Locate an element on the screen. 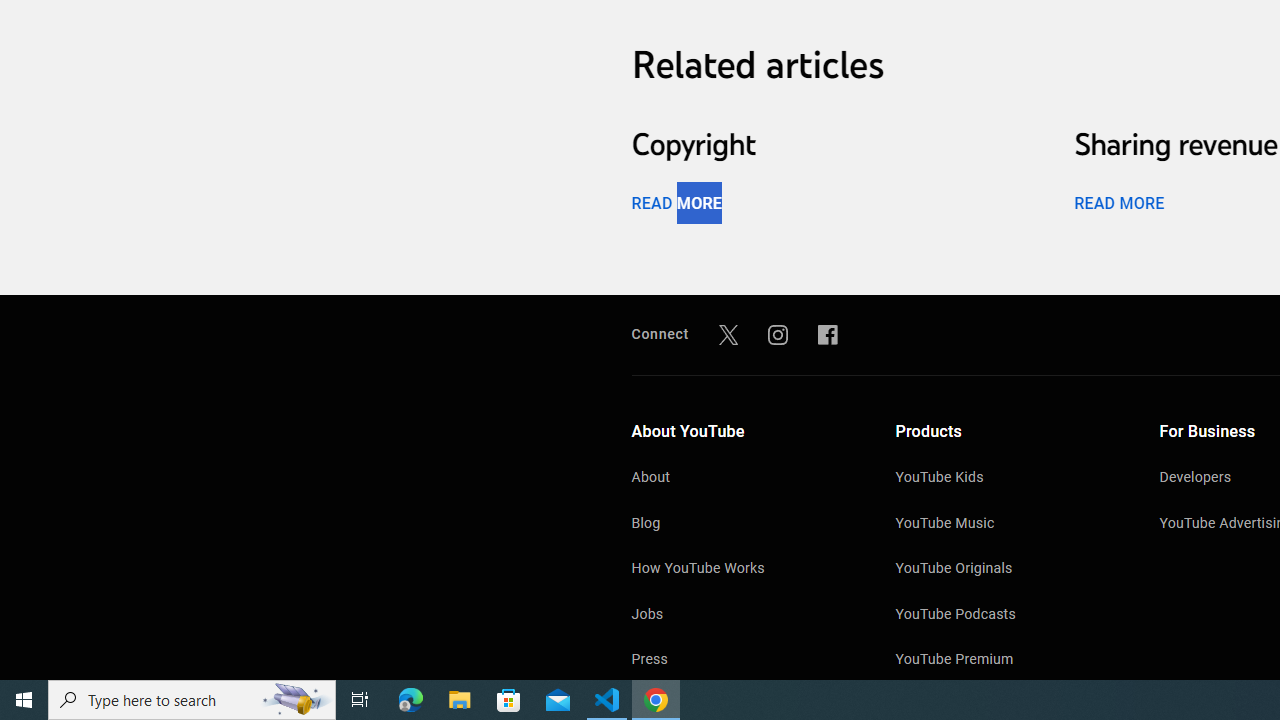  'How YouTube Works' is located at coordinates (742, 570).